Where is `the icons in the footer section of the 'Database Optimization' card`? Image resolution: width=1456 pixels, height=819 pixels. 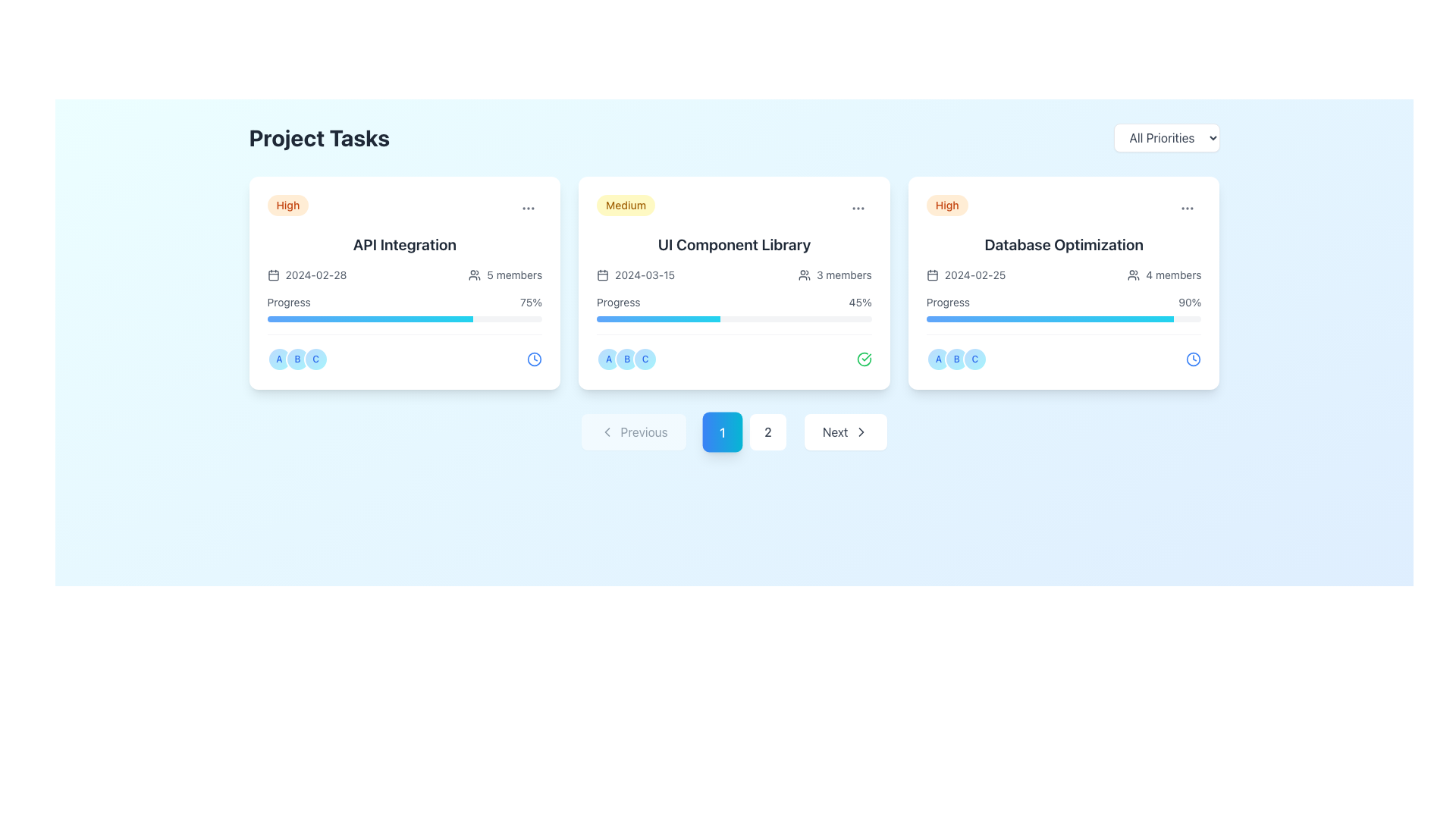
the icons in the footer section of the 'Database Optimization' card is located at coordinates (1063, 353).